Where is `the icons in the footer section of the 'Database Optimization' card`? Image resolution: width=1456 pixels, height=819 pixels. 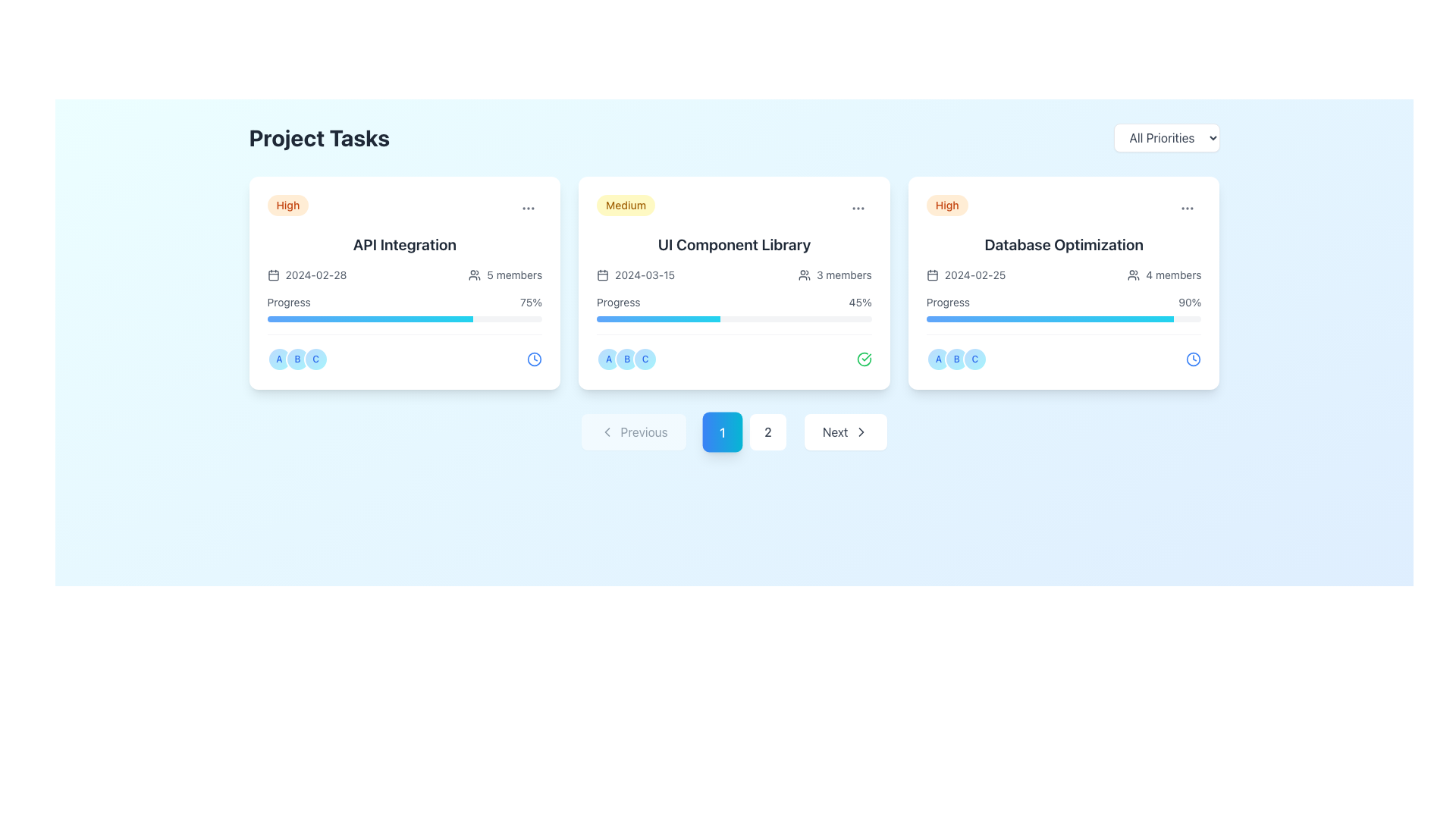
the icons in the footer section of the 'Database Optimization' card is located at coordinates (1063, 353).